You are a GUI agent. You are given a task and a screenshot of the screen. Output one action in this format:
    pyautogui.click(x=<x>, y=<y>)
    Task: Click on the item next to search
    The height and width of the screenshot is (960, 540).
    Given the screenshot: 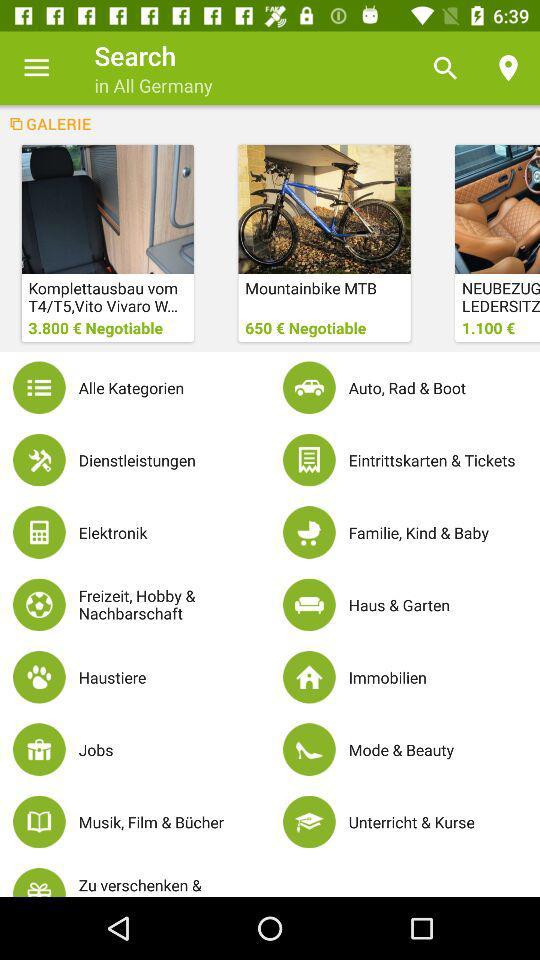 What is the action you would take?
    pyautogui.click(x=36, y=68)
    